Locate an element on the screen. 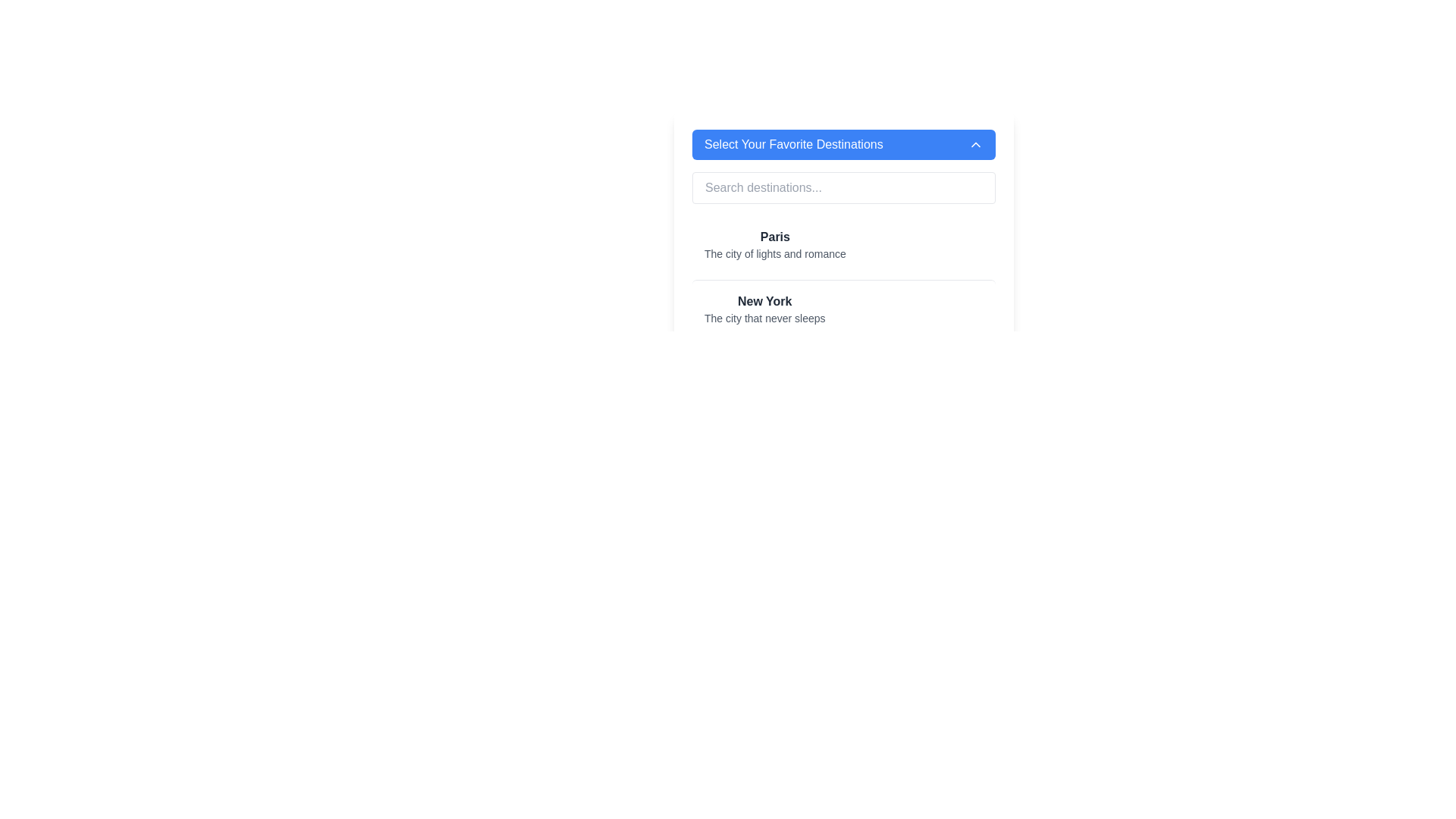 The width and height of the screenshot is (1456, 819). the text label serving as a heading for 'New York', which is positioned below the 'Paris' group in the list interface is located at coordinates (764, 301).